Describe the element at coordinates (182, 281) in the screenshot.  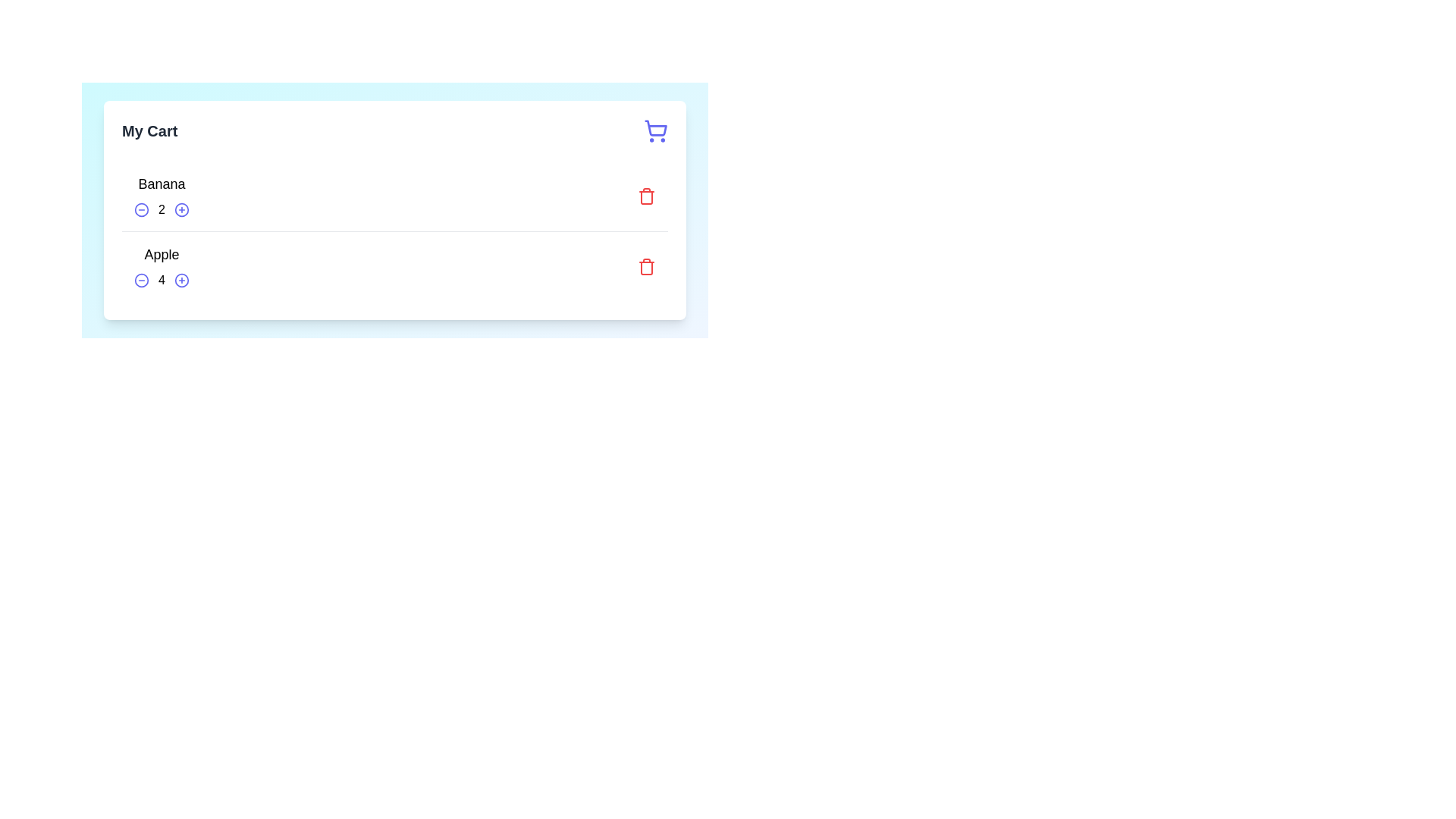
I see `the increment button located to the right of the number '4'` at that location.